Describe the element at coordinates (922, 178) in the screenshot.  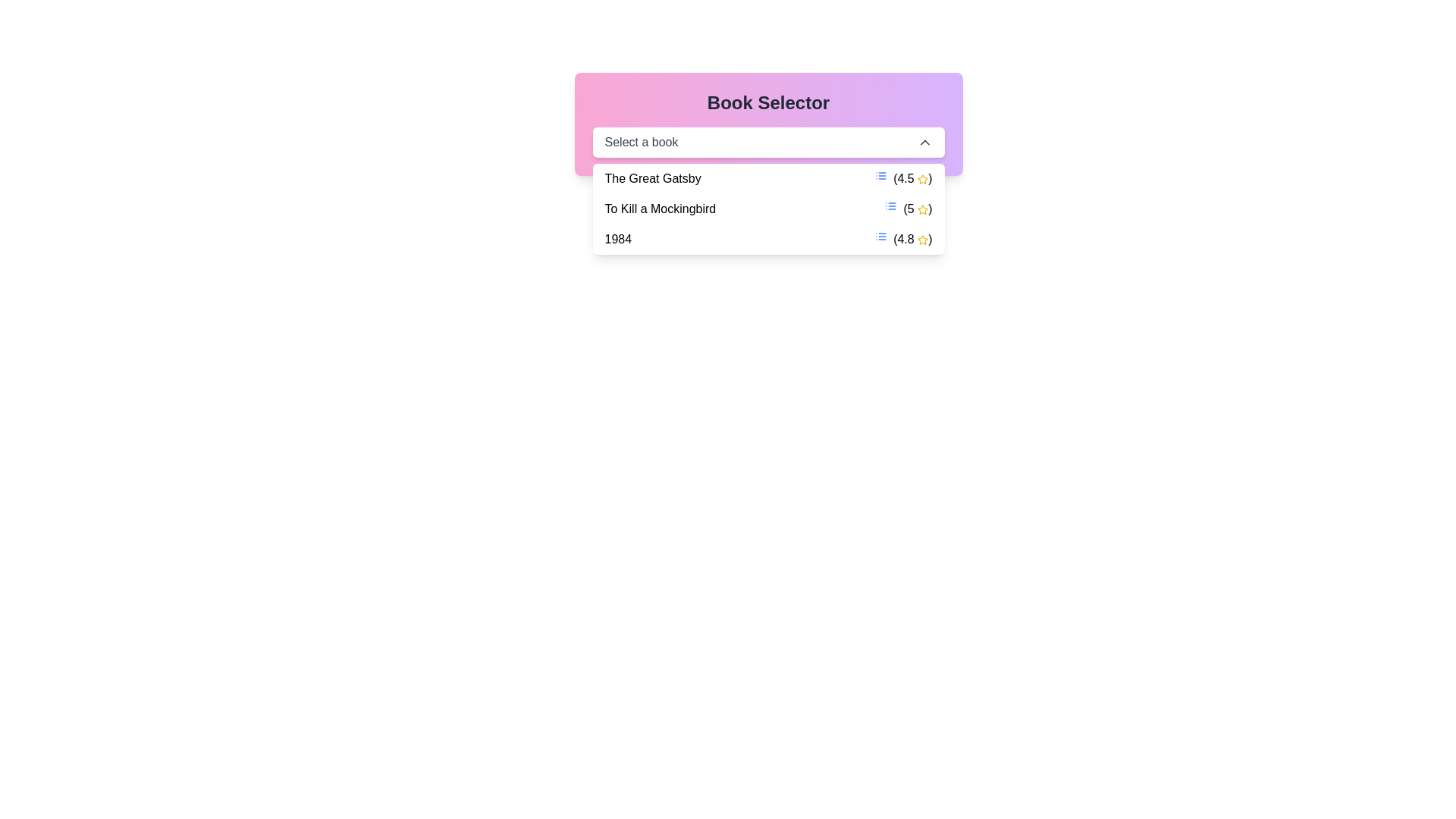
I see `the small yellow star icon located to the right of the rating text '(4.5)' near 'The Great Gatsby' in the Book Selector dropdown` at that location.